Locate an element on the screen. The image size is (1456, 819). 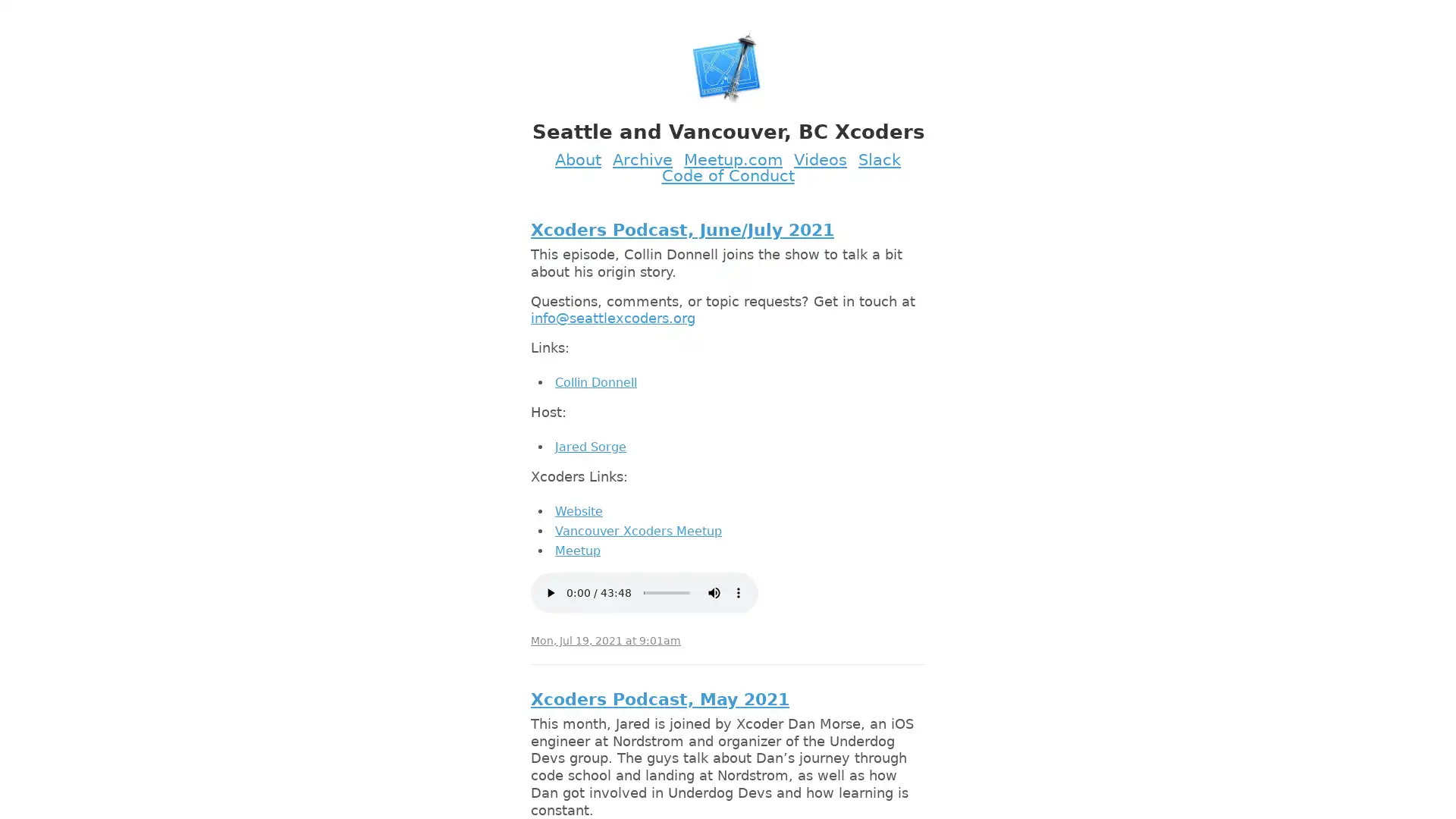
play is located at coordinates (549, 591).